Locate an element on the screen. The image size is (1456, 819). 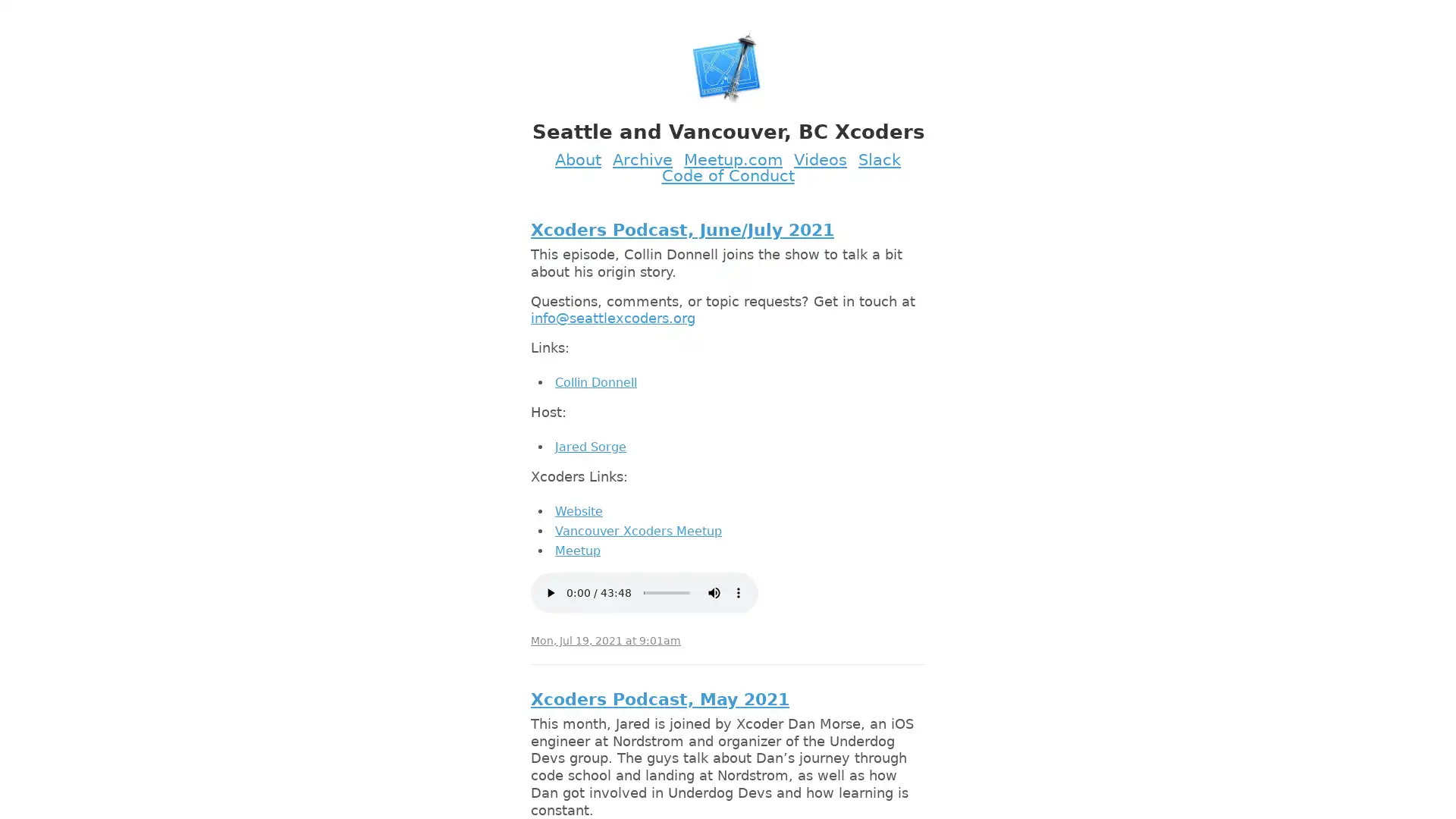
play is located at coordinates (549, 591).